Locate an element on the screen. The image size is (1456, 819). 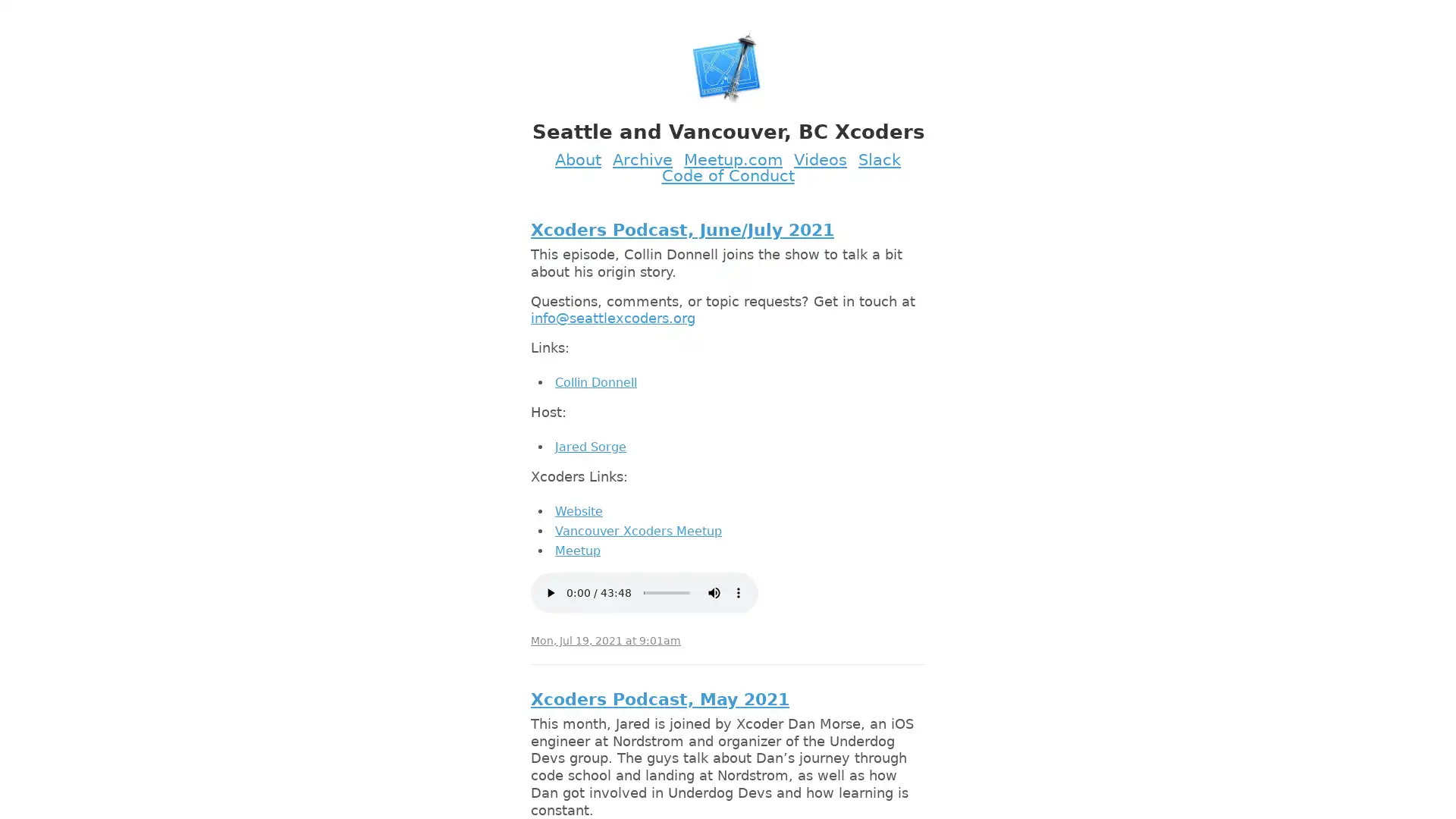
play is located at coordinates (549, 591).